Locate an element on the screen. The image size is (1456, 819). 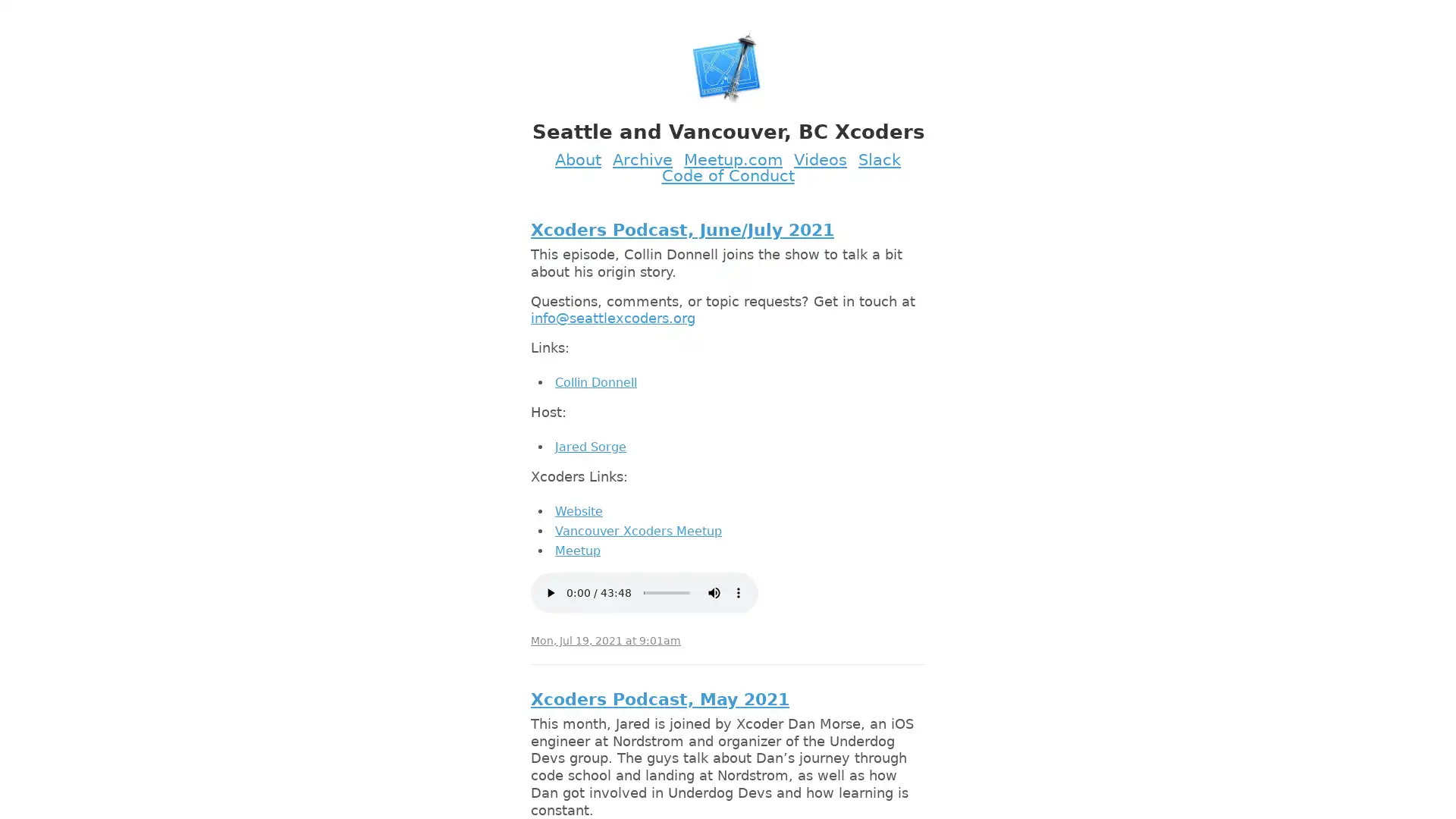
play is located at coordinates (549, 591).